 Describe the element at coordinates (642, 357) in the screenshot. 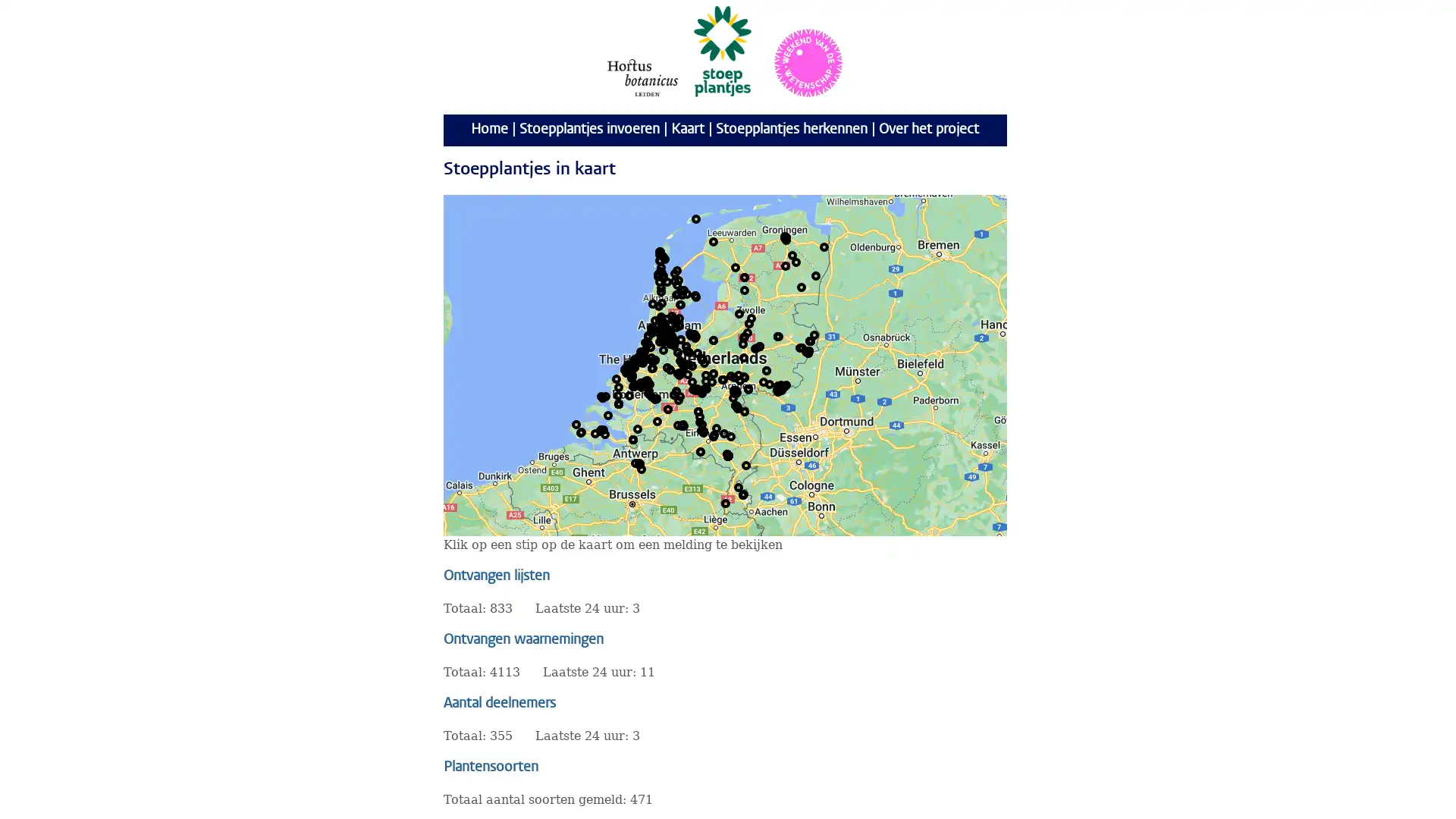

I see `Telling van Thal Jonas op 12 maart 2022` at that location.